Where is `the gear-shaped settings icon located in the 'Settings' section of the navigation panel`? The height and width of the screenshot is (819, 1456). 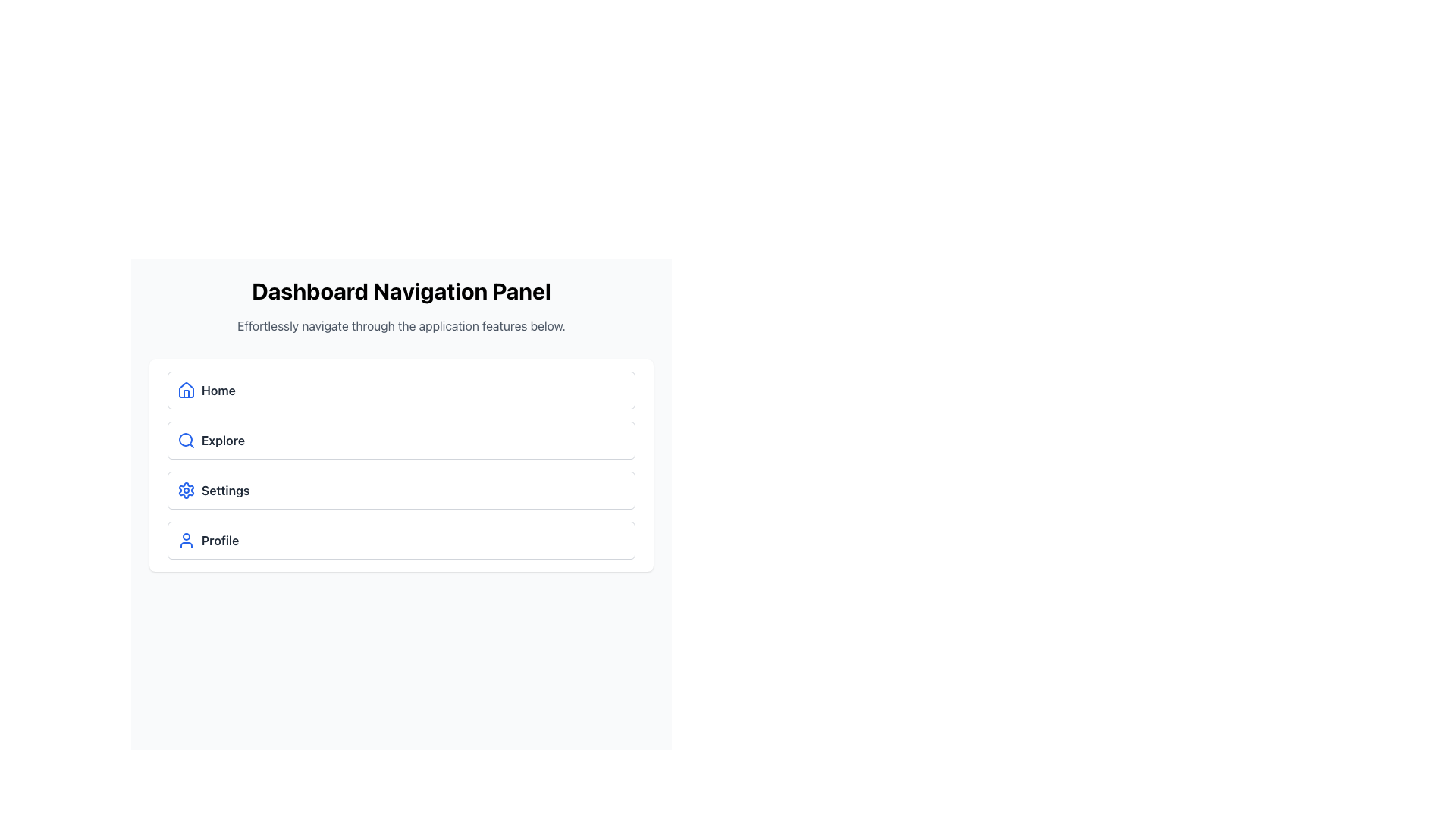
the gear-shaped settings icon located in the 'Settings' section of the navigation panel is located at coordinates (185, 491).